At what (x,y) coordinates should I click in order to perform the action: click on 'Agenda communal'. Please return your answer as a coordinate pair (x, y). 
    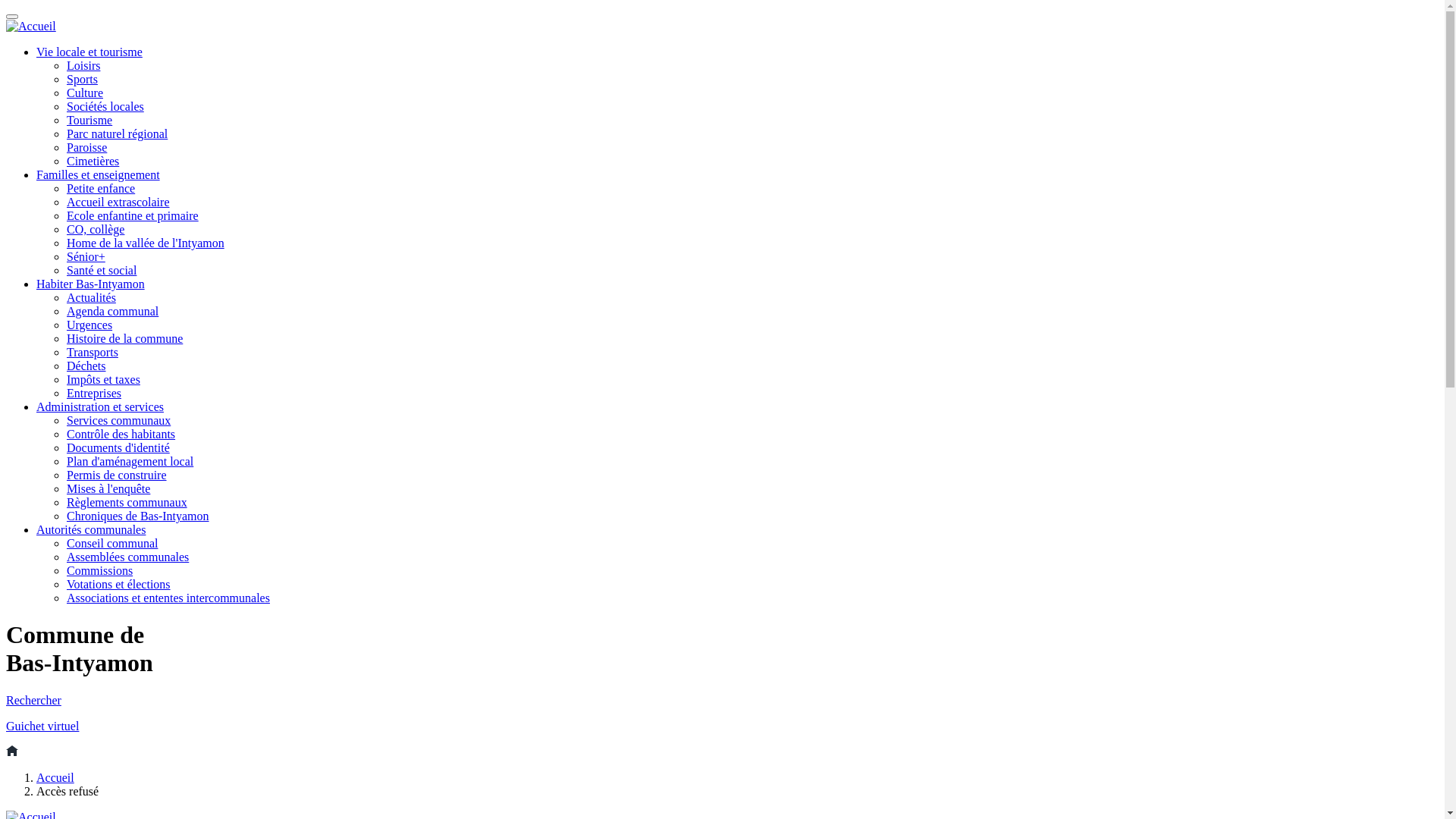
    Looking at the image, I should click on (111, 310).